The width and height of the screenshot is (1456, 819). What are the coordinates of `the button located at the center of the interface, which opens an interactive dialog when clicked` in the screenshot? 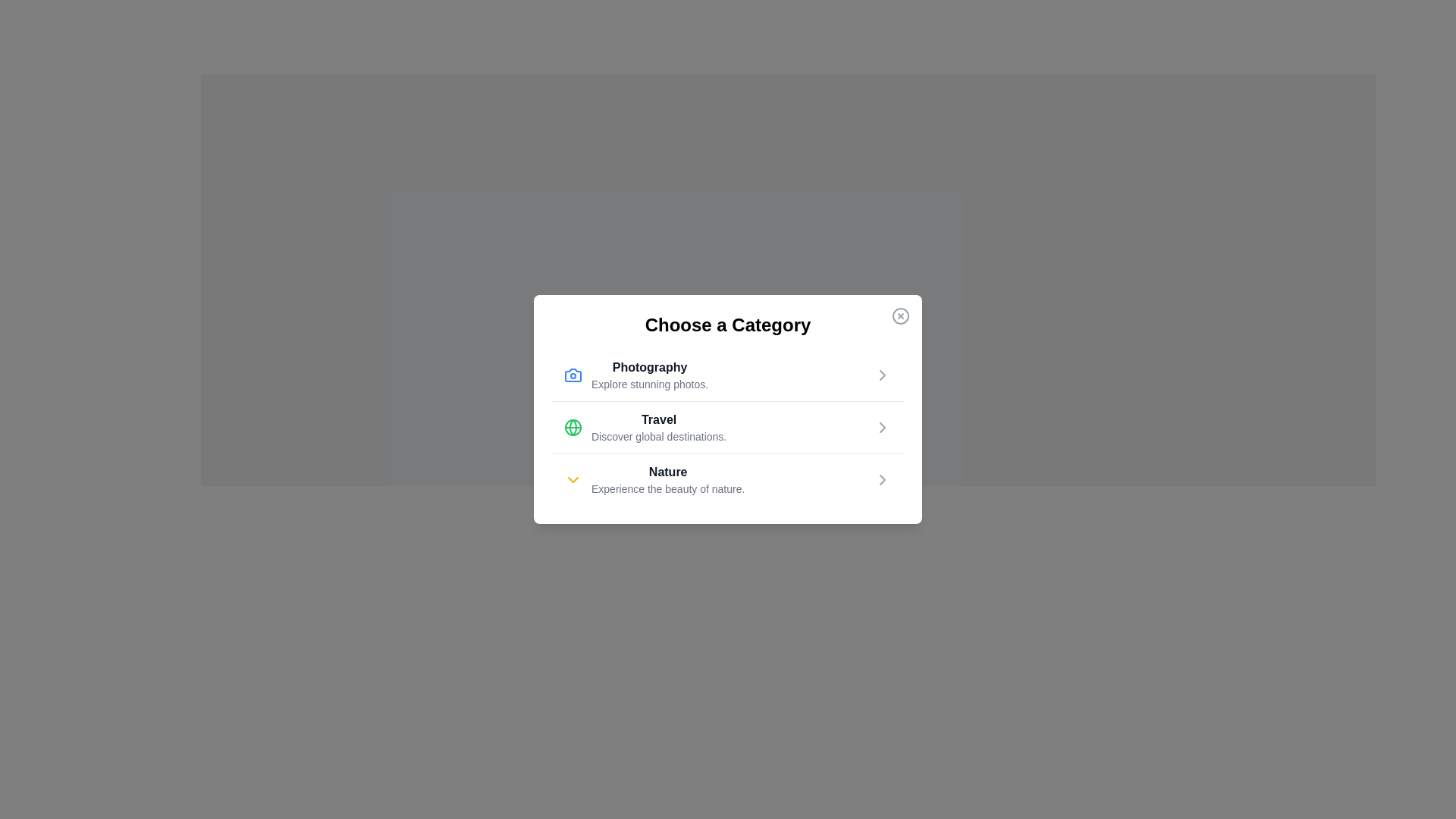 It's located at (788, 483).